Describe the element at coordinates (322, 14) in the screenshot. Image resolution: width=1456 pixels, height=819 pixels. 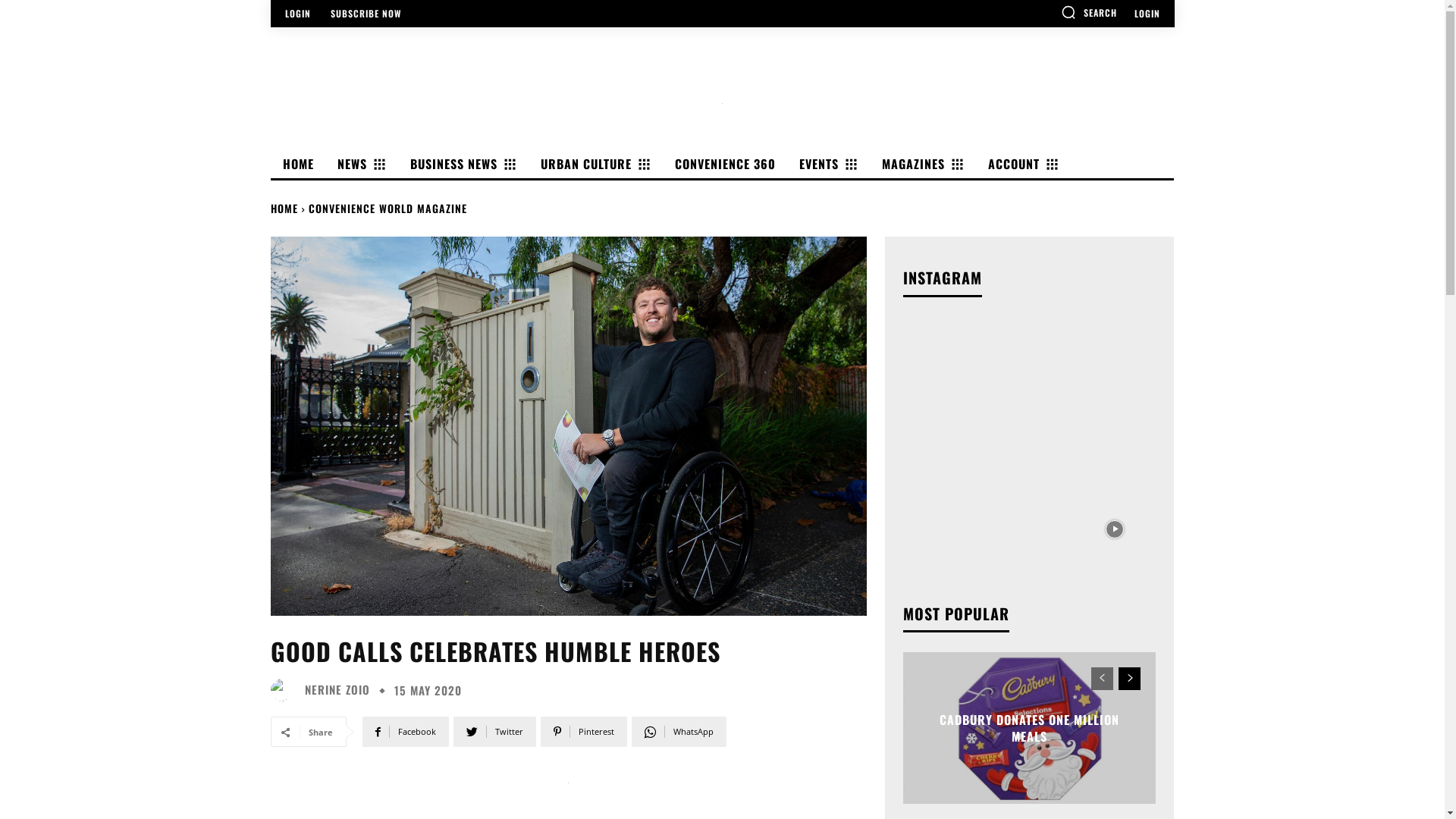
I see `'SUBSCRIBE NOW'` at that location.